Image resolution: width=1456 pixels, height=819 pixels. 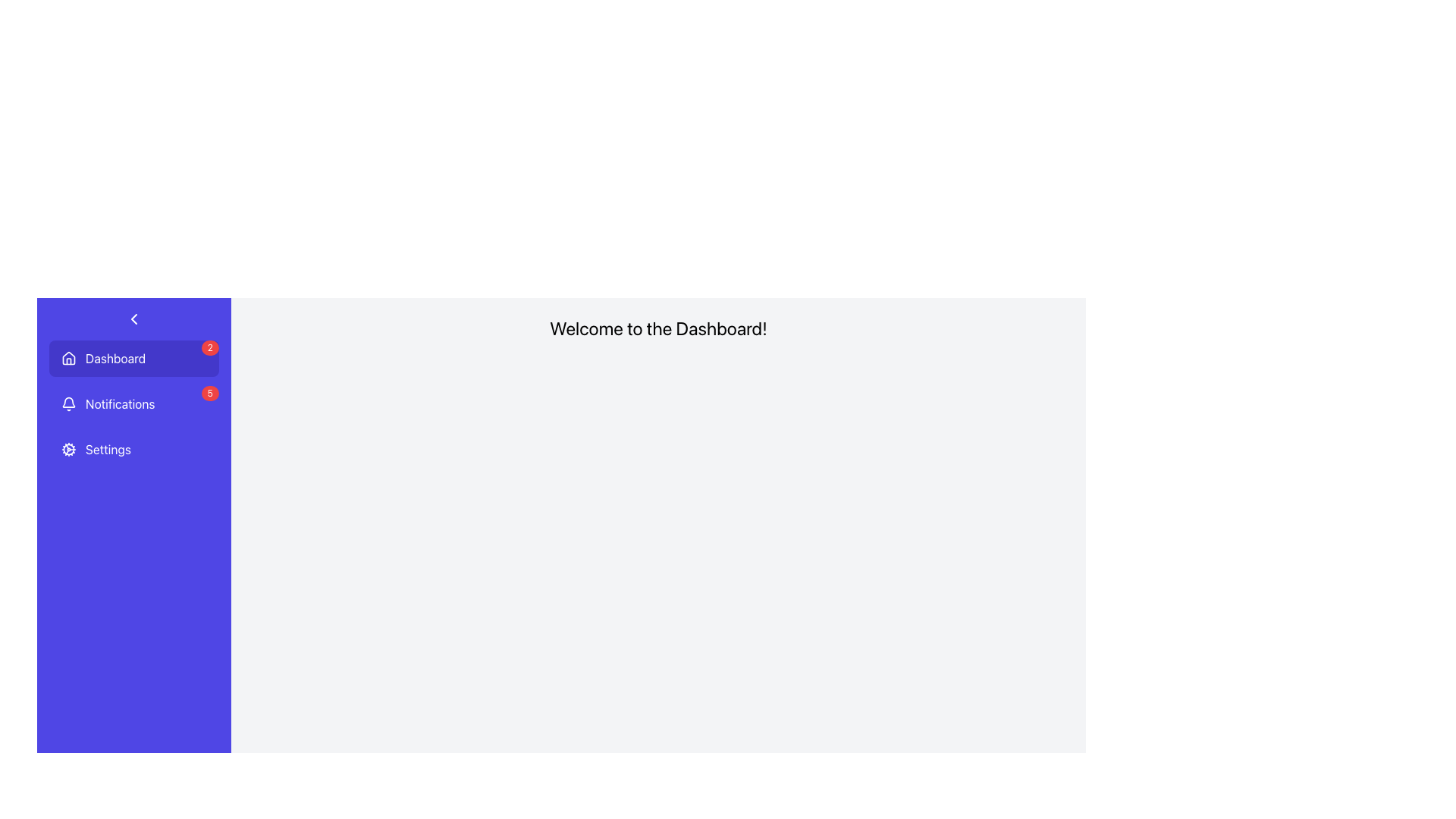 What do you see at coordinates (68, 403) in the screenshot?
I see `the small bell icon, which is a line art style notification symbol located in the 'Notifications' button in the sidebar` at bounding box center [68, 403].